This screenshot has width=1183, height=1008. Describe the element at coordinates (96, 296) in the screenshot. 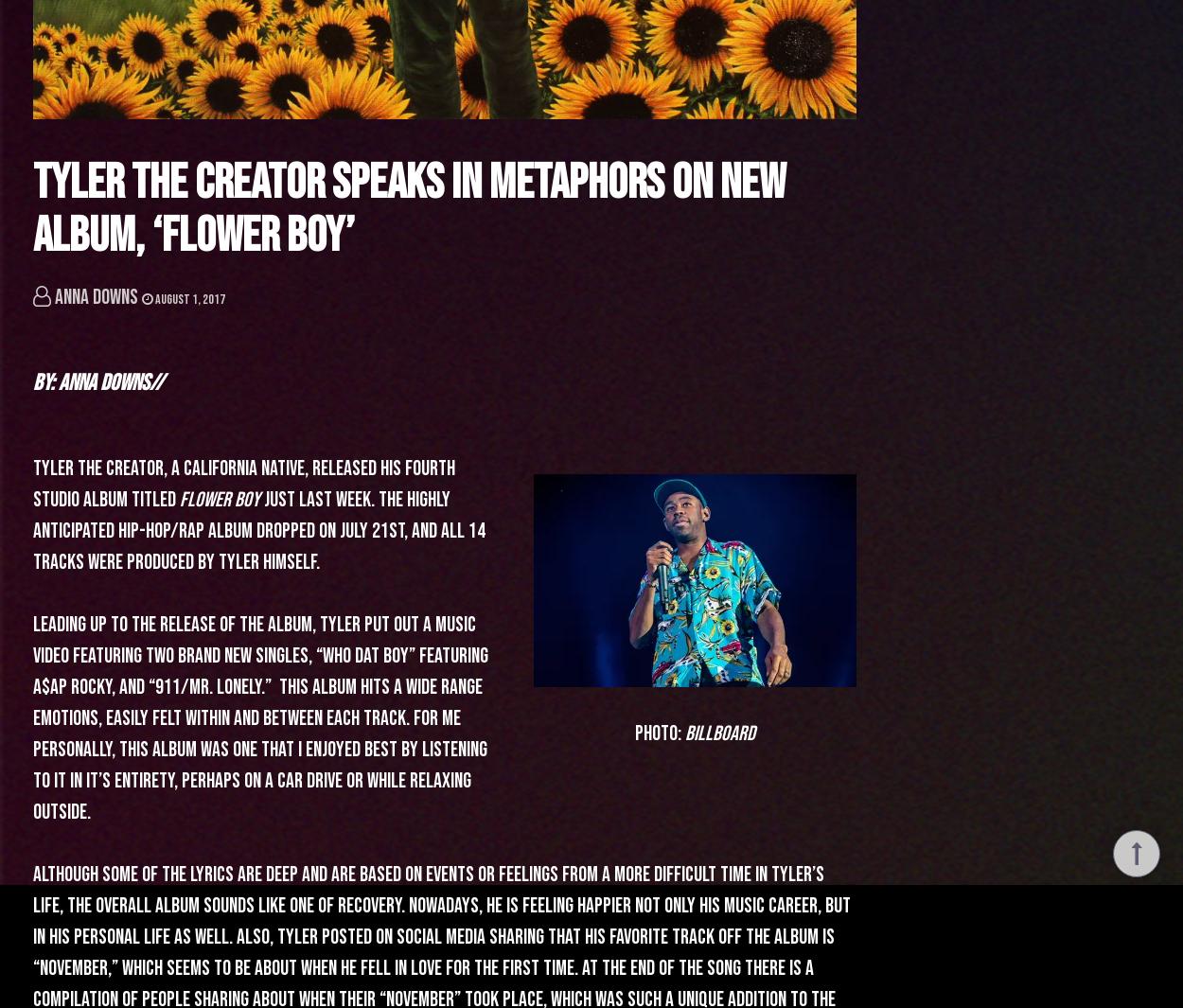

I see `'Anna Downs'` at that location.